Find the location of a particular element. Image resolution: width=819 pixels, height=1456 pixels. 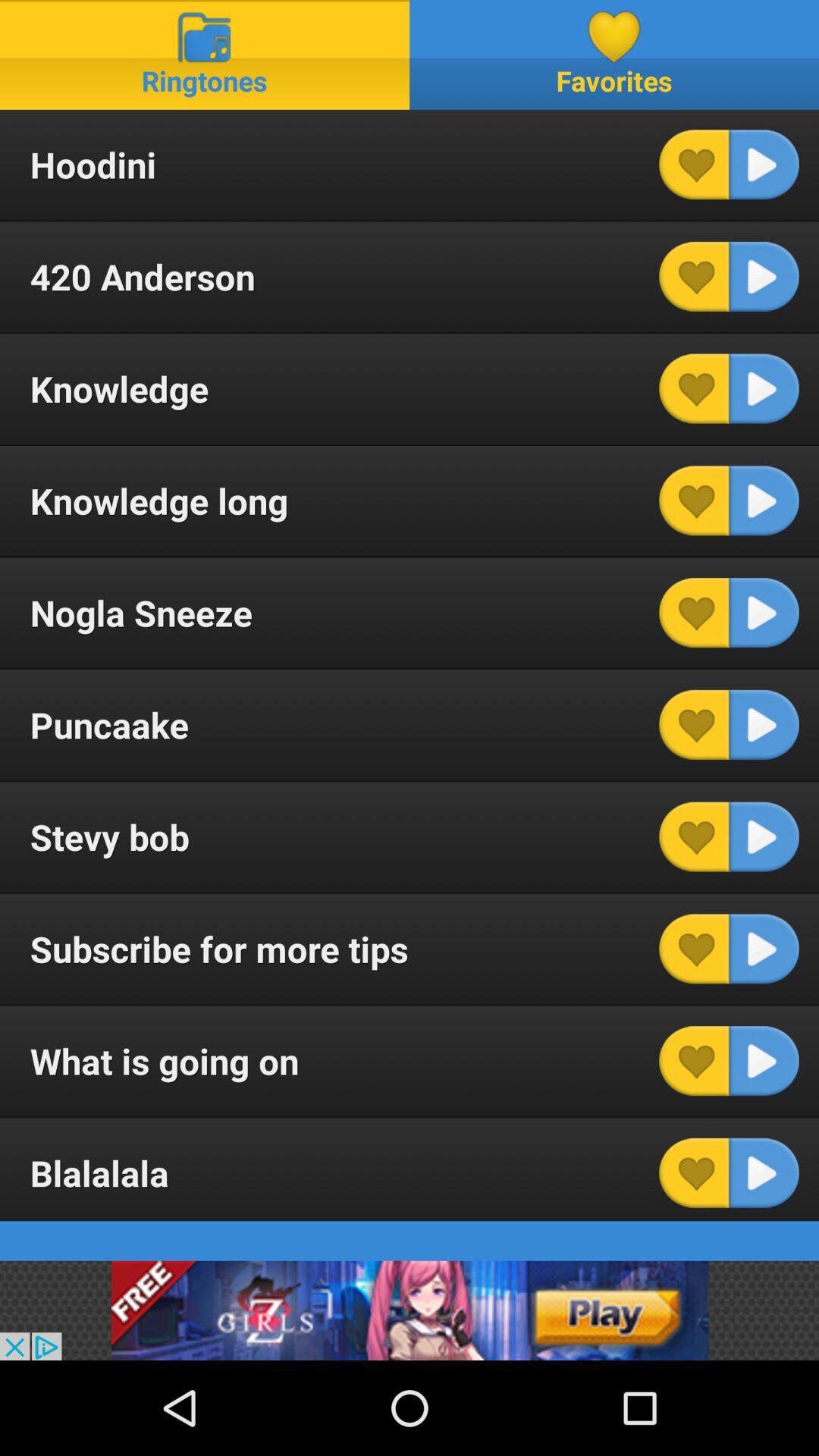

play is located at coordinates (764, 613).